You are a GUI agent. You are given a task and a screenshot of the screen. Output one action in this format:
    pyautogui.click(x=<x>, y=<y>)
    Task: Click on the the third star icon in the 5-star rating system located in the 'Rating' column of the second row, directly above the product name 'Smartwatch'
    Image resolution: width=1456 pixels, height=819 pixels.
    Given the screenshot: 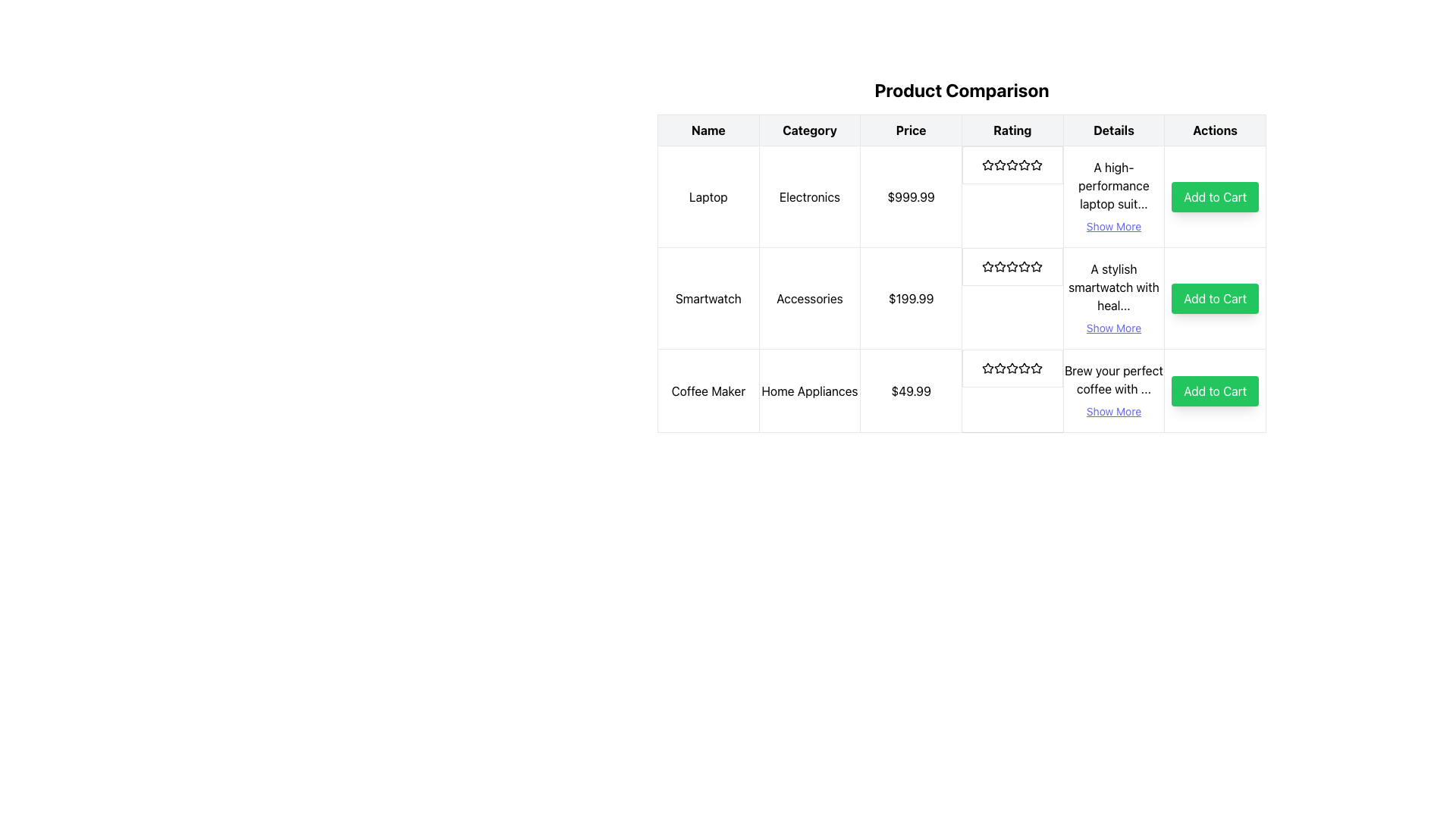 What is the action you would take?
    pyautogui.click(x=1025, y=265)
    